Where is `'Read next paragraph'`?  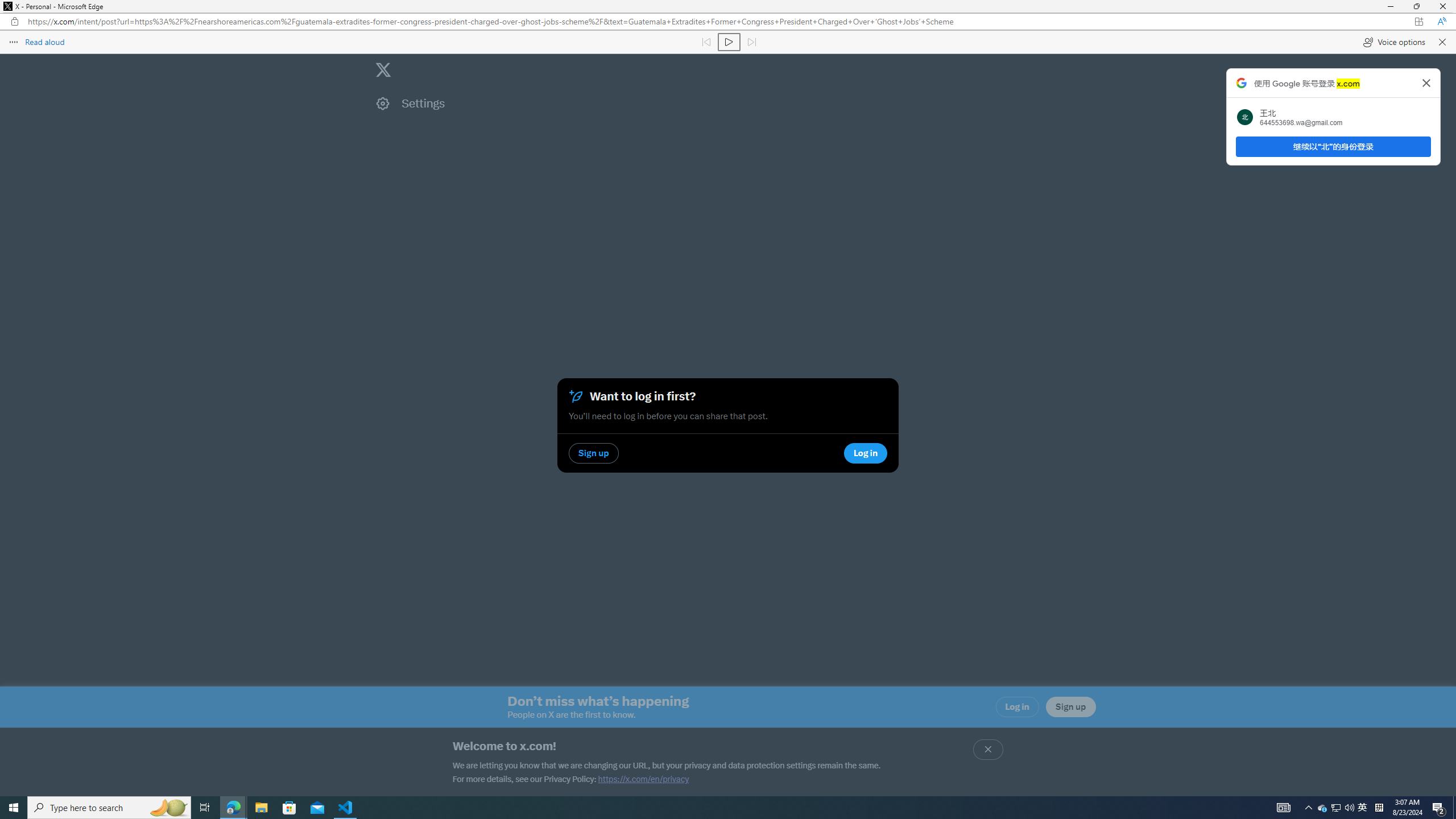
'Read next paragraph' is located at coordinates (751, 41).